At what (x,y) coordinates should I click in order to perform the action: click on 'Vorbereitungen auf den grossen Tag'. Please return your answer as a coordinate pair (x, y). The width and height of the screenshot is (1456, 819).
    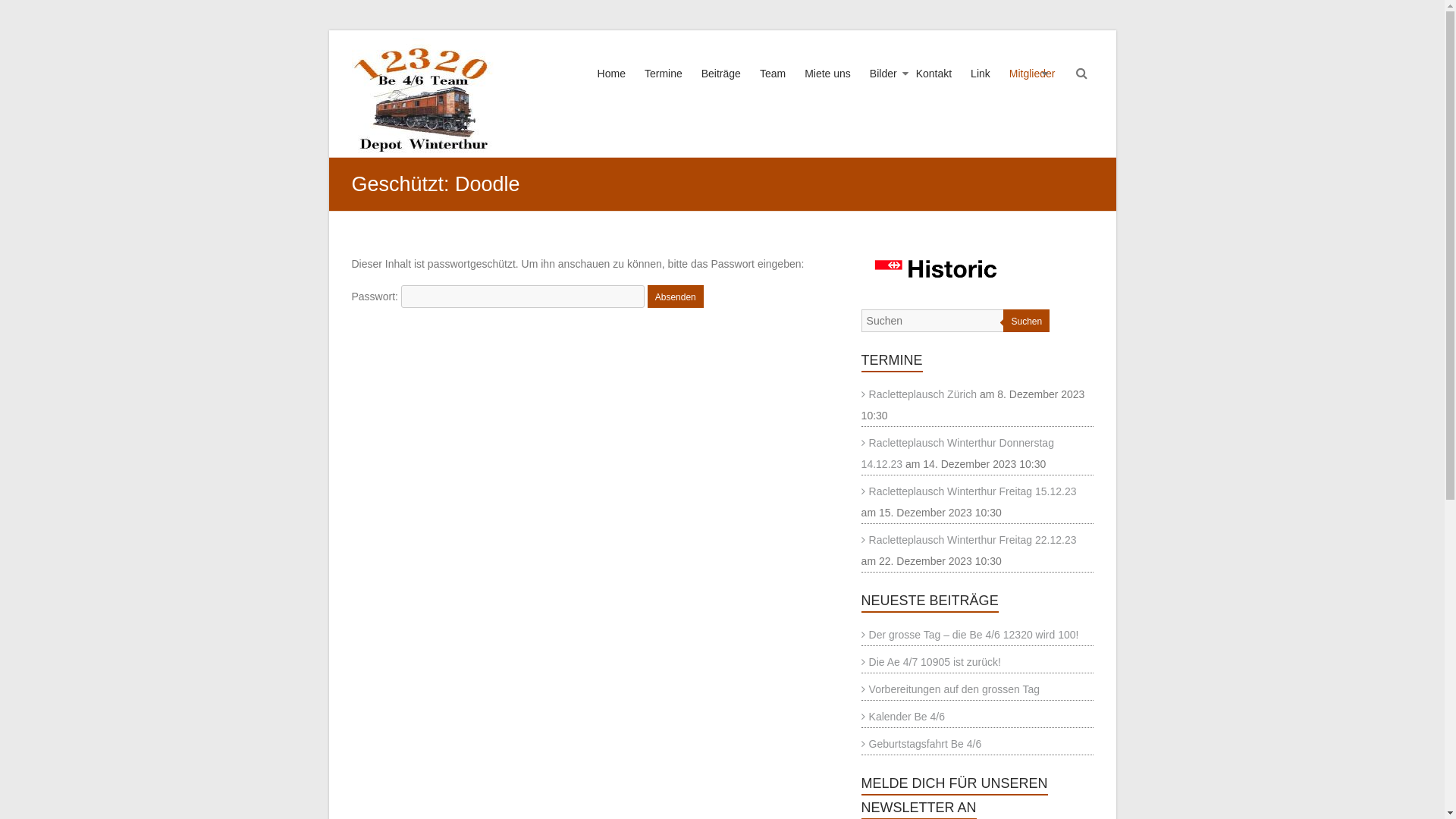
    Looking at the image, I should click on (949, 689).